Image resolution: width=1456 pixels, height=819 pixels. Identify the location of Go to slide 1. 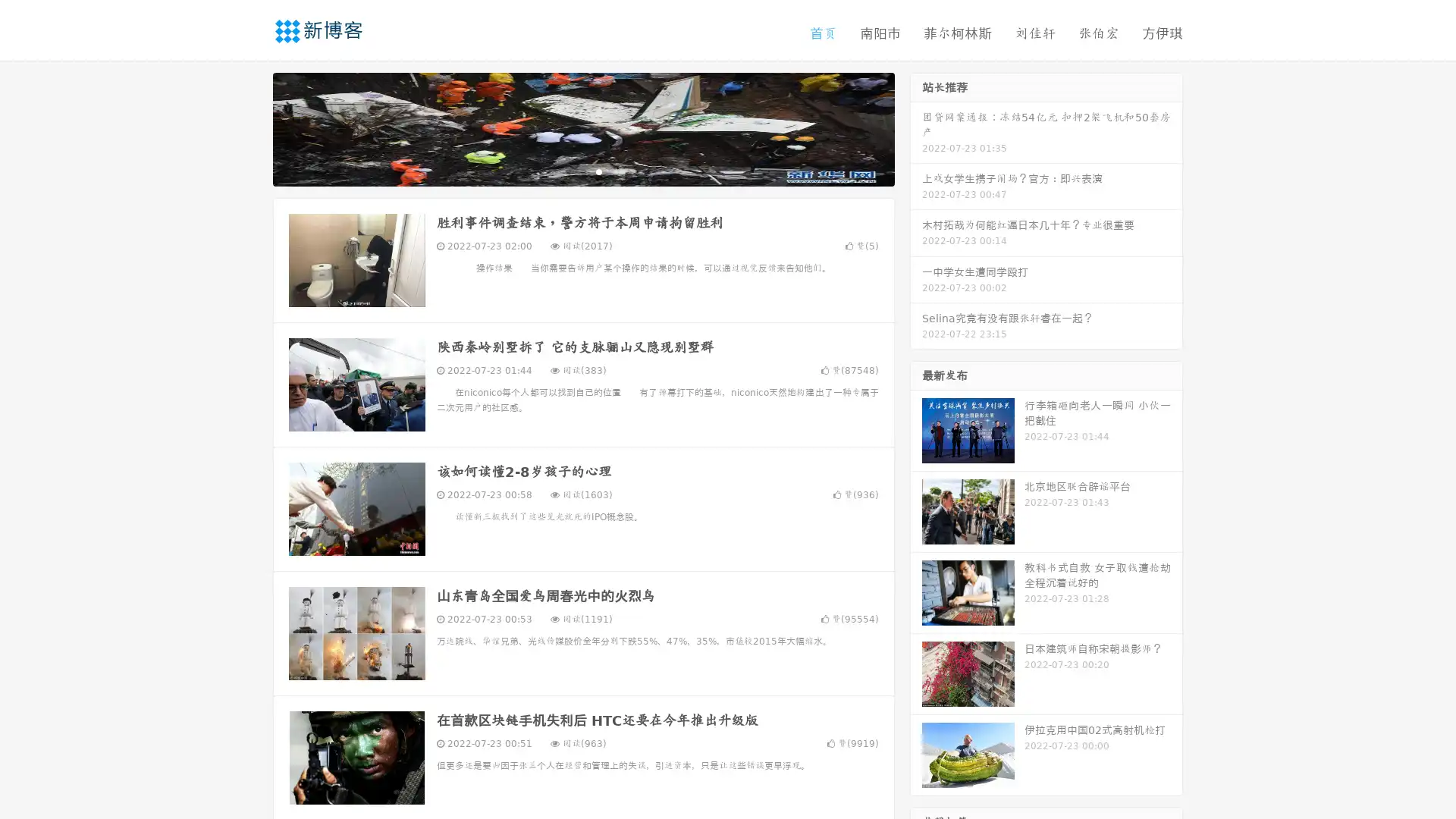
(567, 171).